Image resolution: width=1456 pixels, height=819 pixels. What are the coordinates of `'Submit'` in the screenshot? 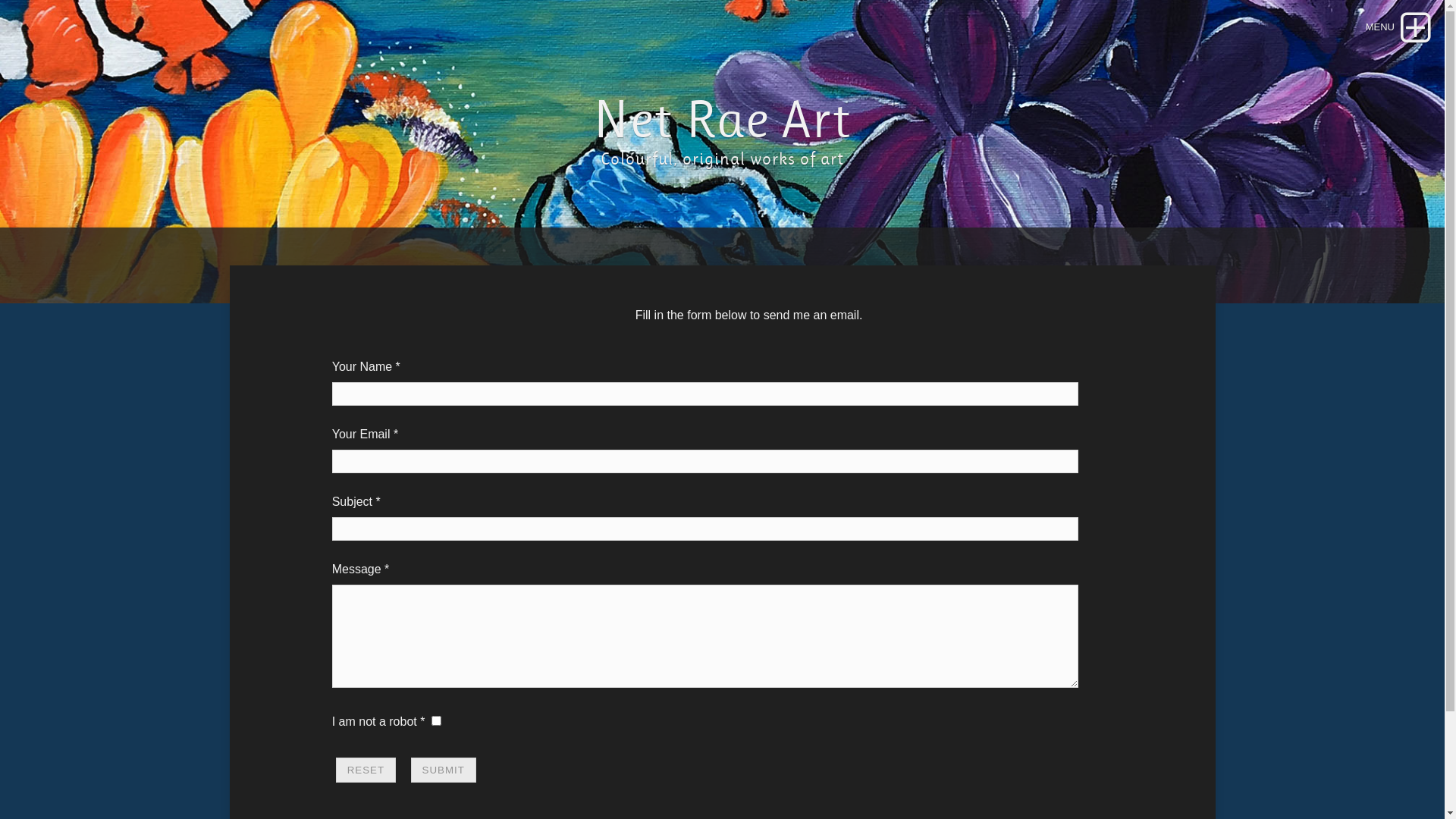 It's located at (411, 770).